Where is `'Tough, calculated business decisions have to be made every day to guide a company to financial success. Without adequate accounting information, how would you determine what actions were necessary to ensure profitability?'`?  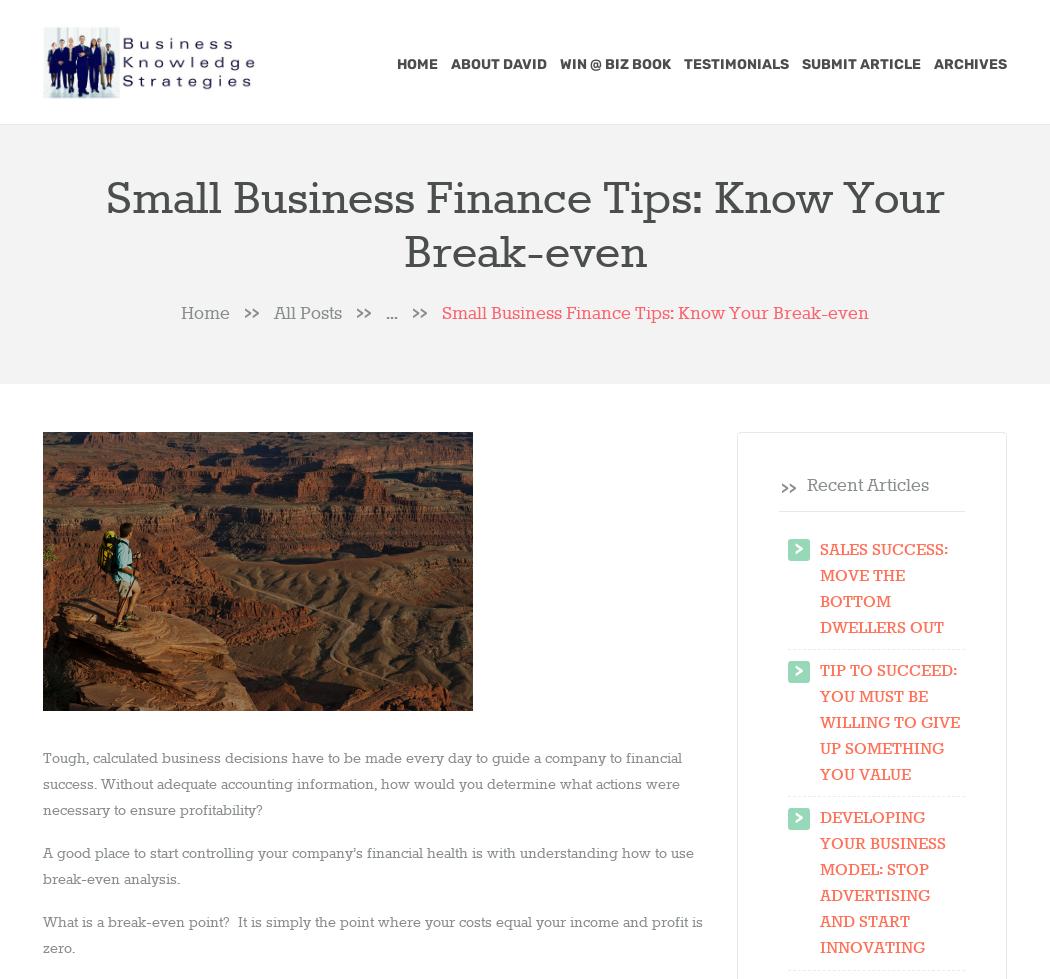 'Tough, calculated business decisions have to be made every day to guide a company to financial success. Without adequate accounting information, how would you determine what actions were necessary to ensure profitability?' is located at coordinates (42, 782).